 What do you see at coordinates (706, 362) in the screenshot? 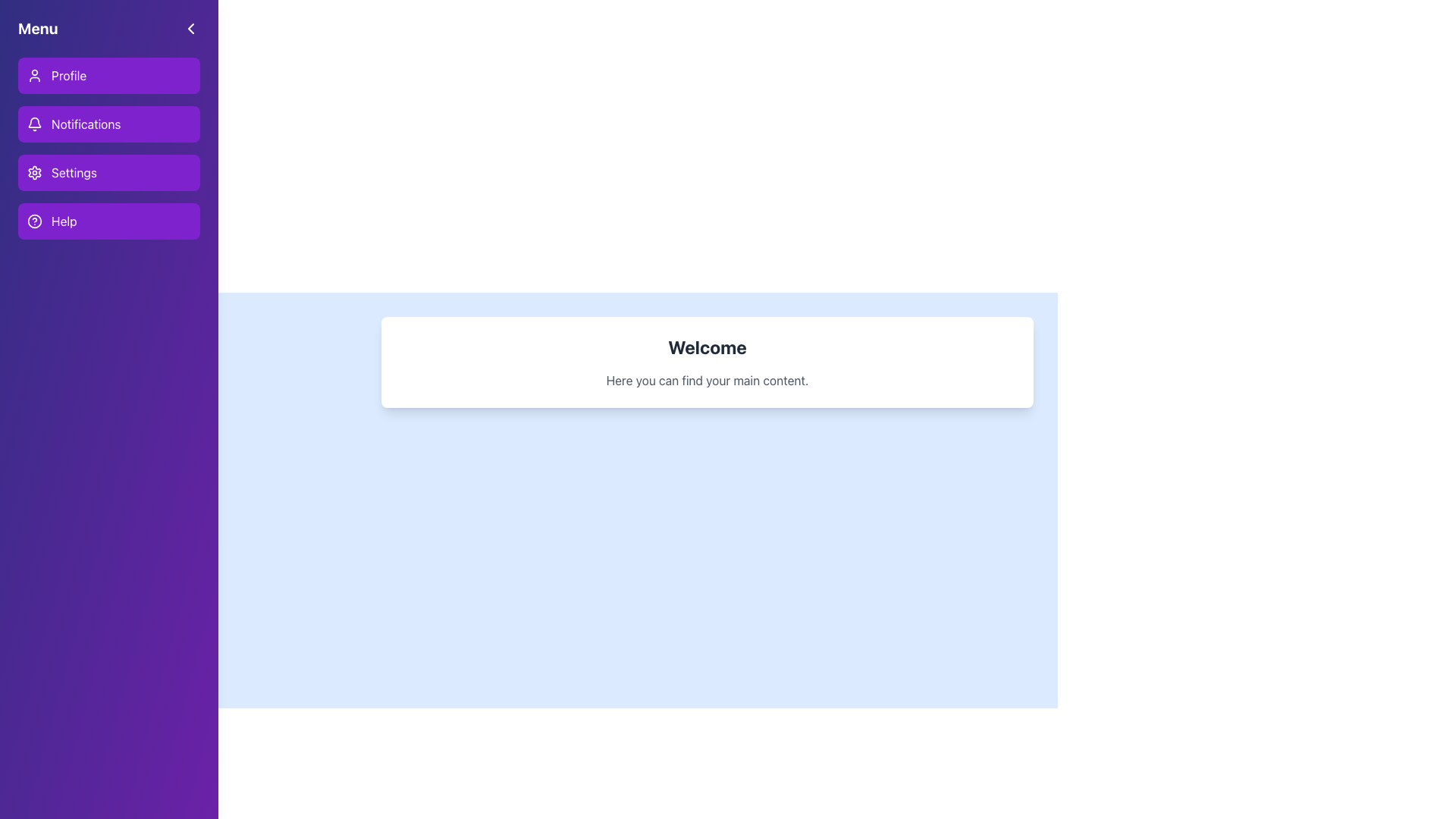
I see `the prominent content box displaying 'Welcome' with a white background and rounded corners` at bounding box center [706, 362].